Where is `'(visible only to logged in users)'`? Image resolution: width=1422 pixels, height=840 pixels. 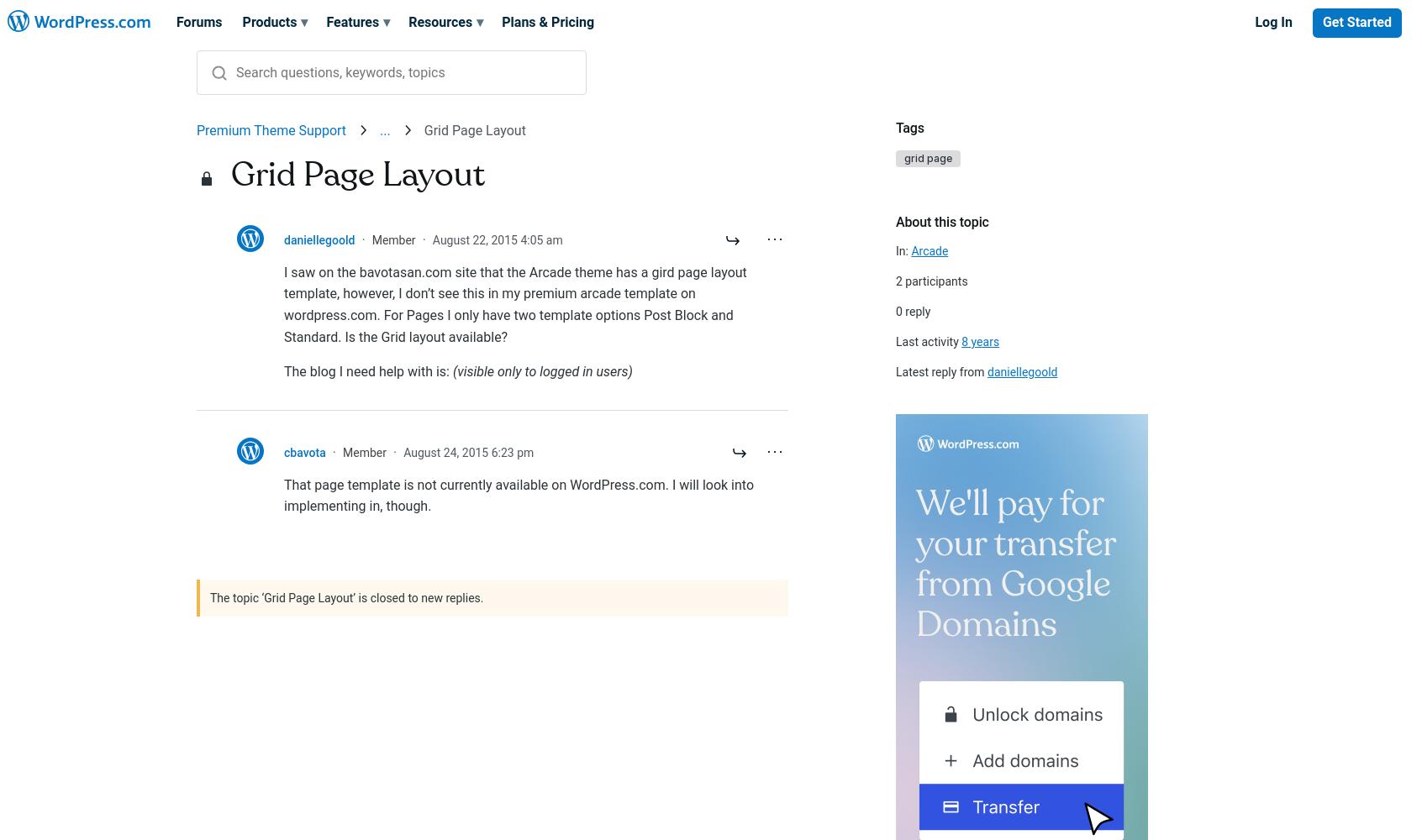 '(visible only to logged in users)' is located at coordinates (452, 370).